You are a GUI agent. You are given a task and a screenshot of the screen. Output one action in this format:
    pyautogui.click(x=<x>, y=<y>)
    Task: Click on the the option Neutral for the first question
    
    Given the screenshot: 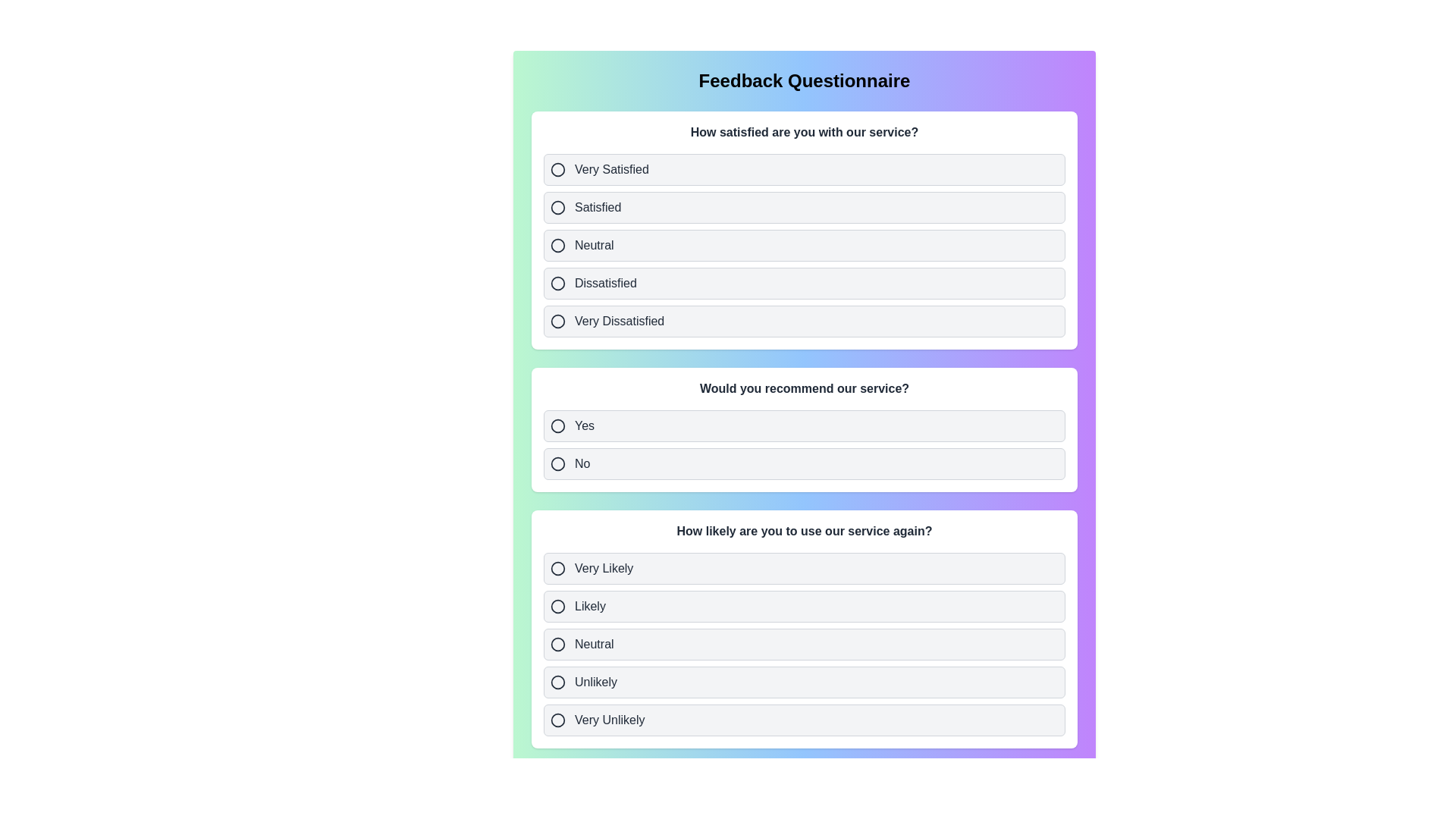 What is the action you would take?
    pyautogui.click(x=803, y=245)
    